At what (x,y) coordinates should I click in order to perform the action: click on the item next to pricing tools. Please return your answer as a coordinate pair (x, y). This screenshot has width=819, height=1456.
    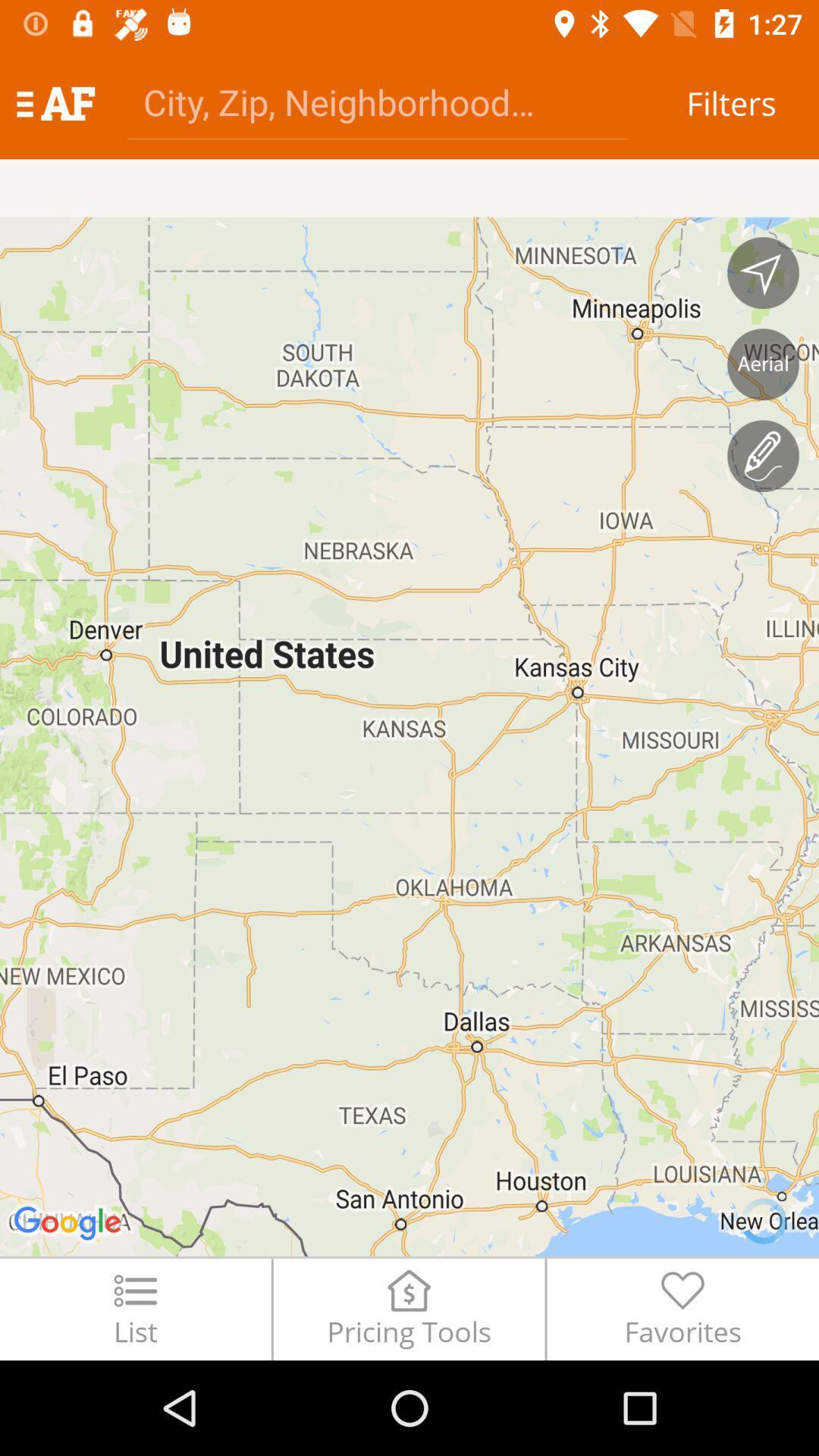
    Looking at the image, I should click on (682, 1308).